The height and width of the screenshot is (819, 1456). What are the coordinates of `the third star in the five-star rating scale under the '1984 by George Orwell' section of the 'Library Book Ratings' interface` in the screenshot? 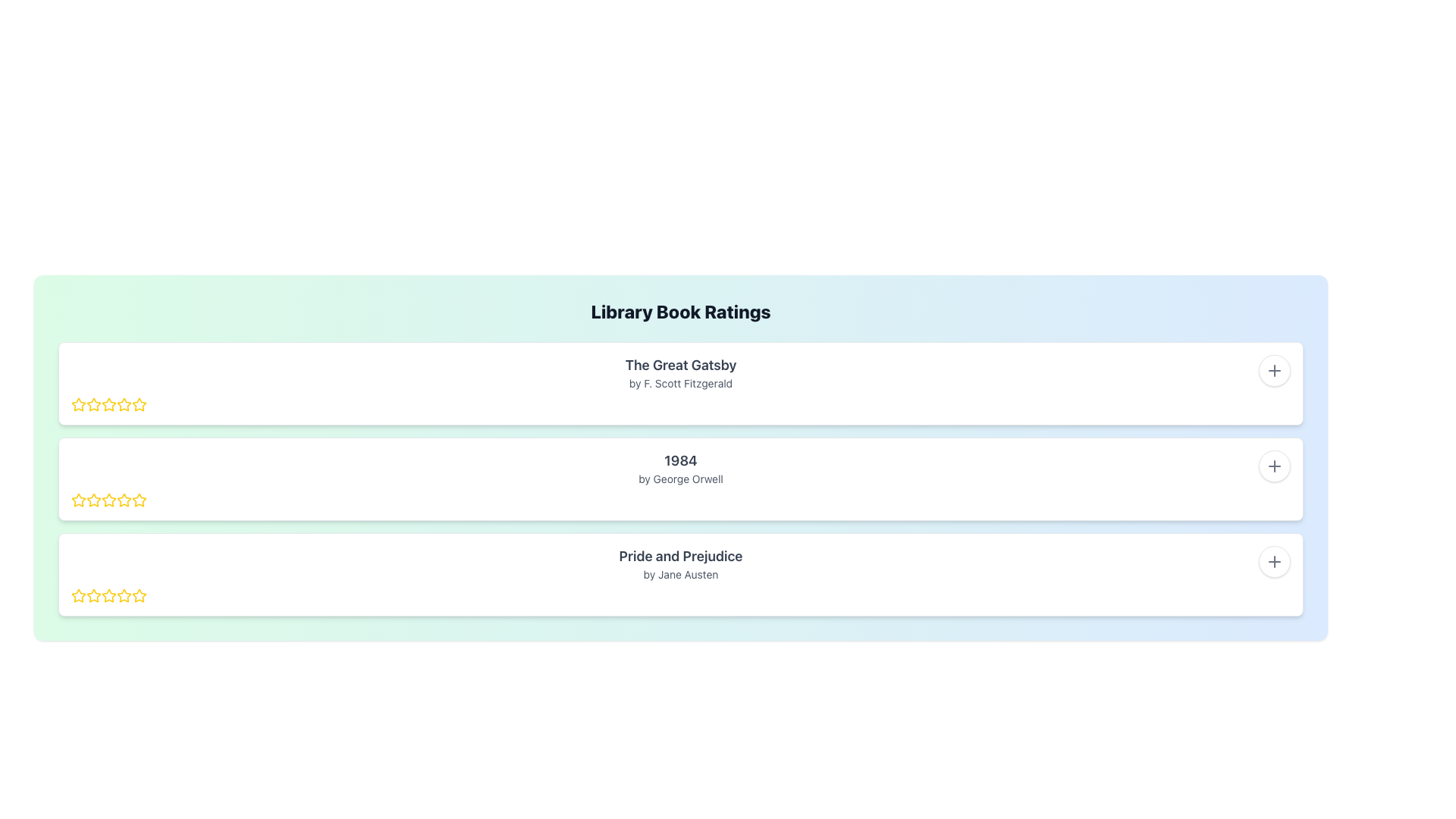 It's located at (108, 500).